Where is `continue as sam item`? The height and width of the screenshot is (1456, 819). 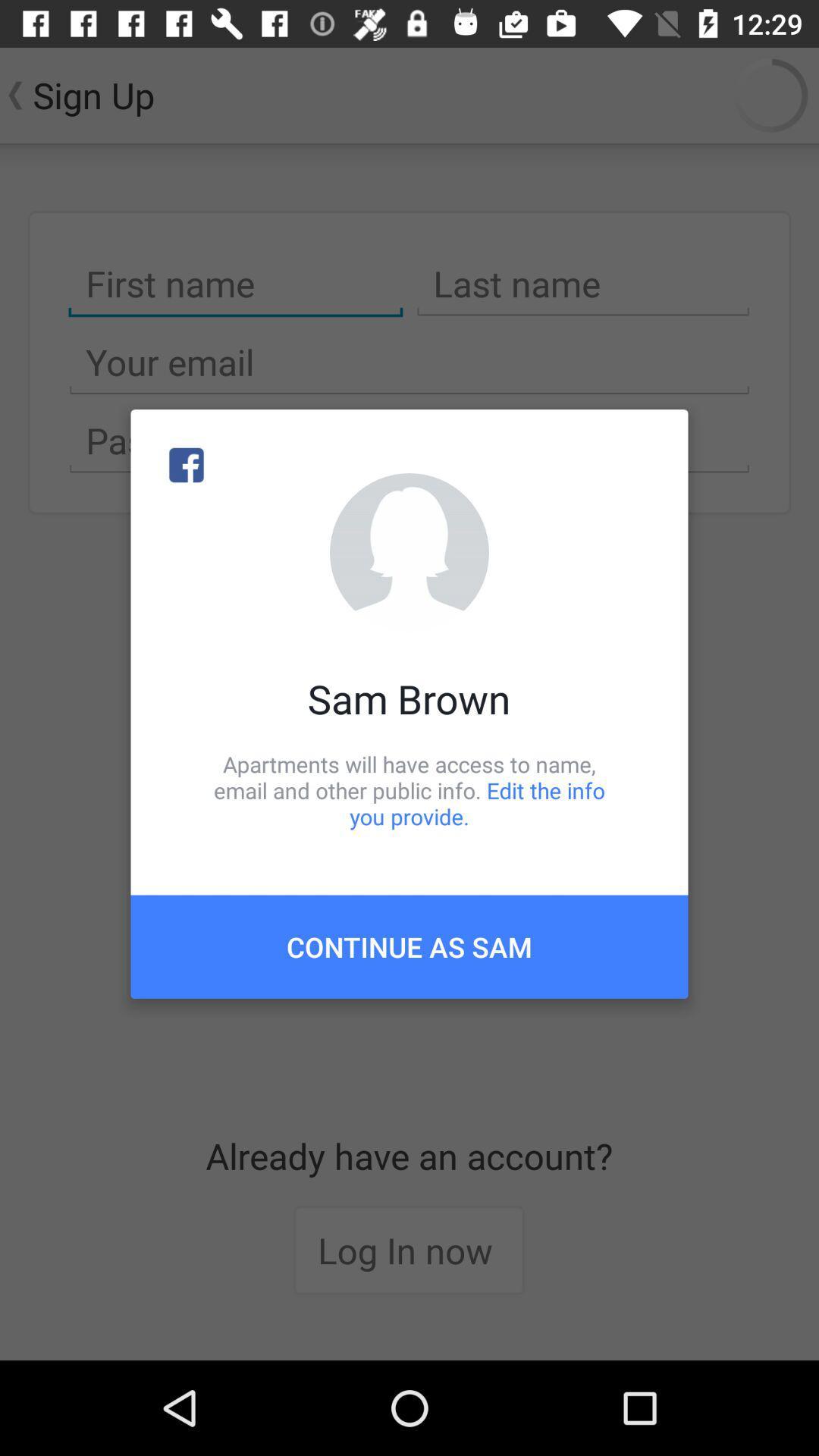 continue as sam item is located at coordinates (409, 946).